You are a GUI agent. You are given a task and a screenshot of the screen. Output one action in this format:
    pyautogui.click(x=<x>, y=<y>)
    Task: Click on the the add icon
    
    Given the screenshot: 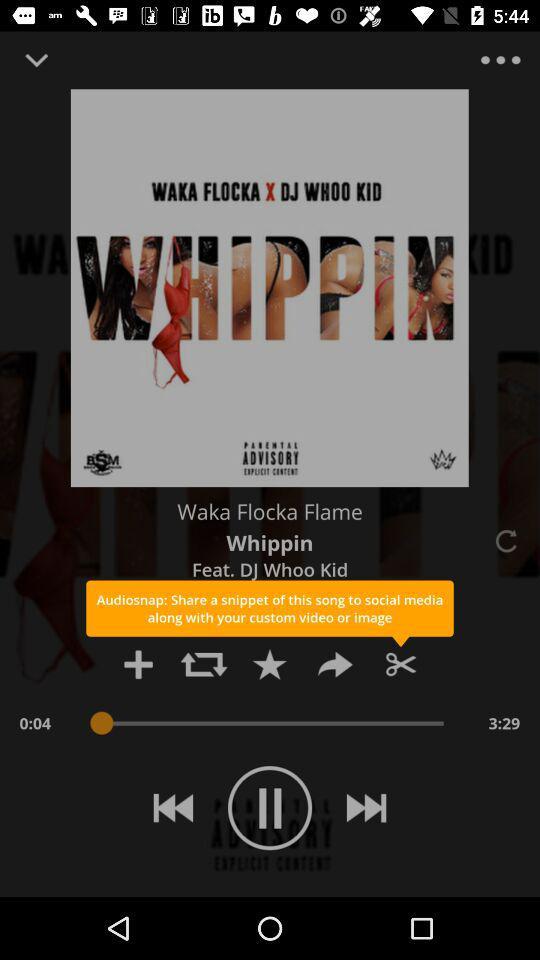 What is the action you would take?
    pyautogui.click(x=137, y=664)
    